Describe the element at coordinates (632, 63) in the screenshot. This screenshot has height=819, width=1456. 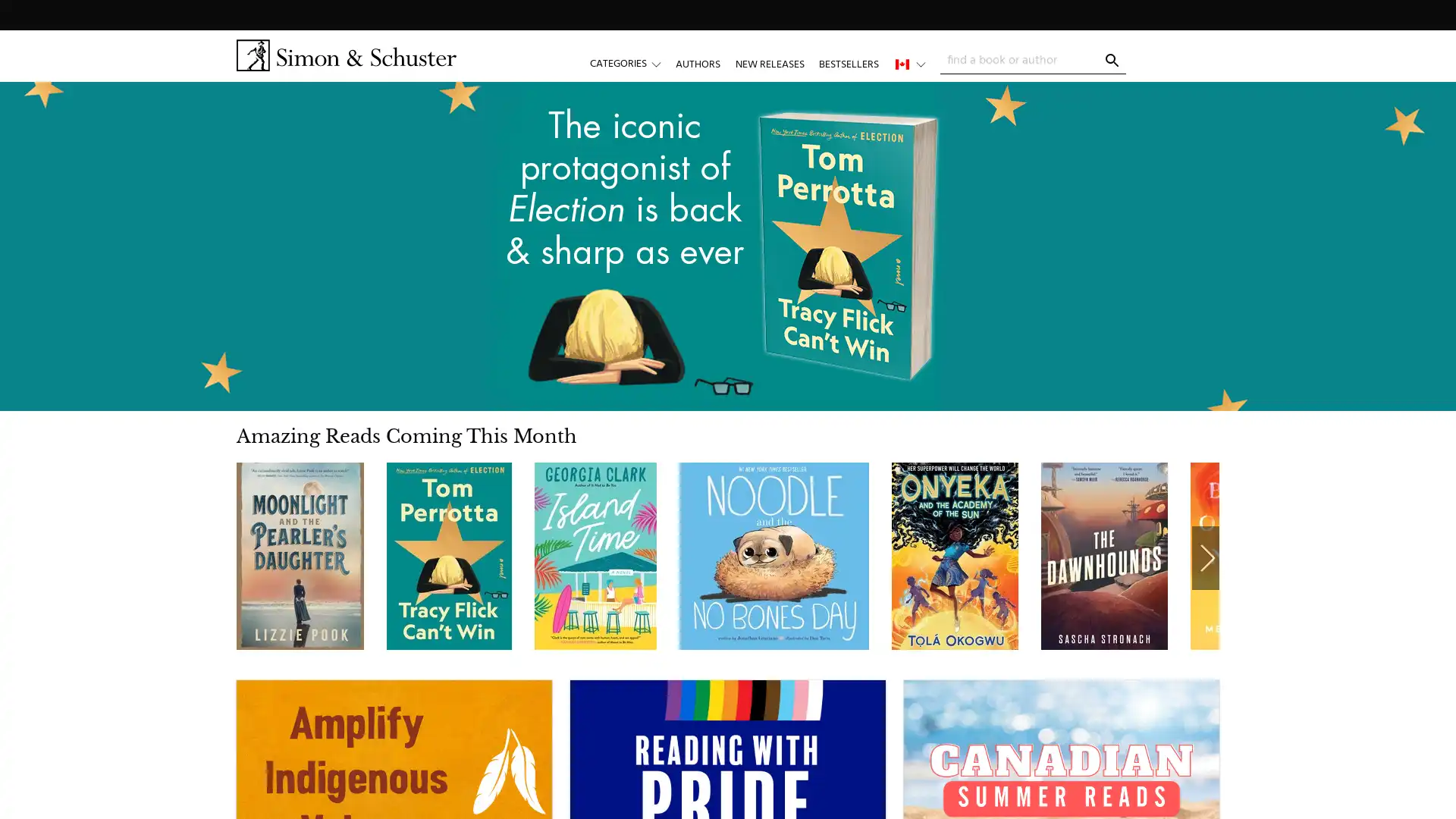
I see `CATEGORIES` at that location.